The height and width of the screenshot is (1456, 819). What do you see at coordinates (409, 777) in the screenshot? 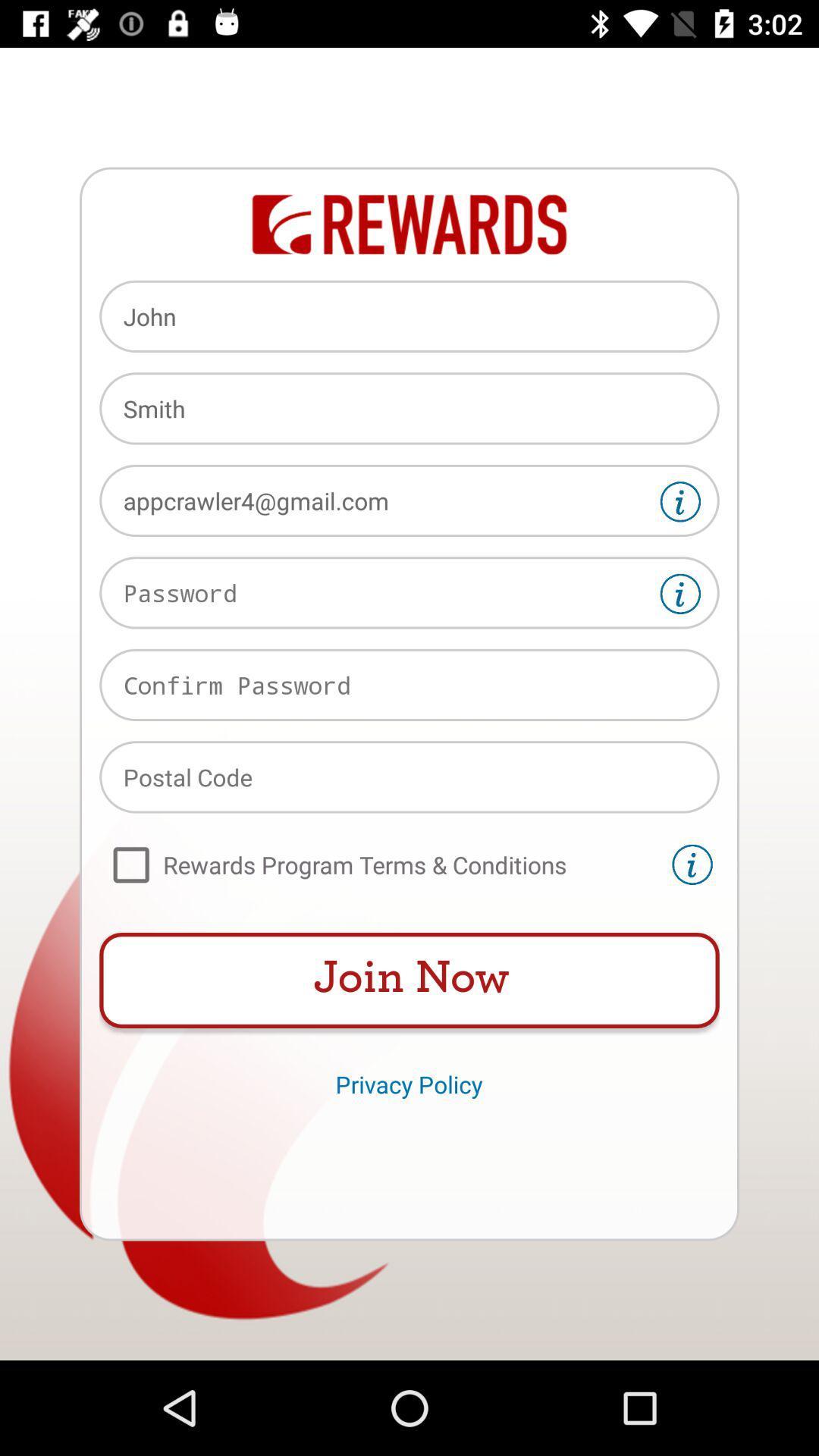
I see `postal code` at bounding box center [409, 777].